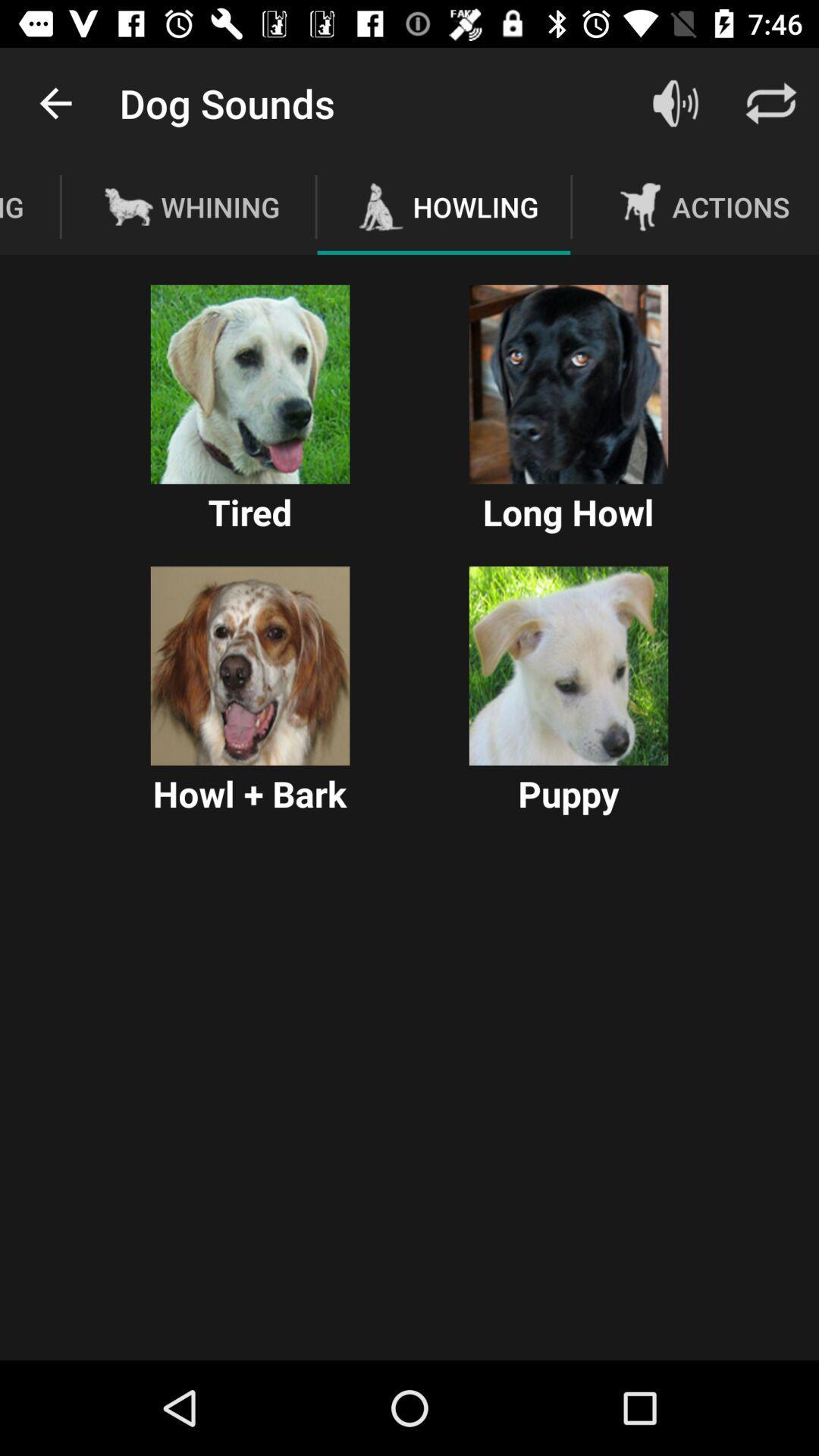  Describe the element at coordinates (249, 384) in the screenshot. I see `tired` at that location.